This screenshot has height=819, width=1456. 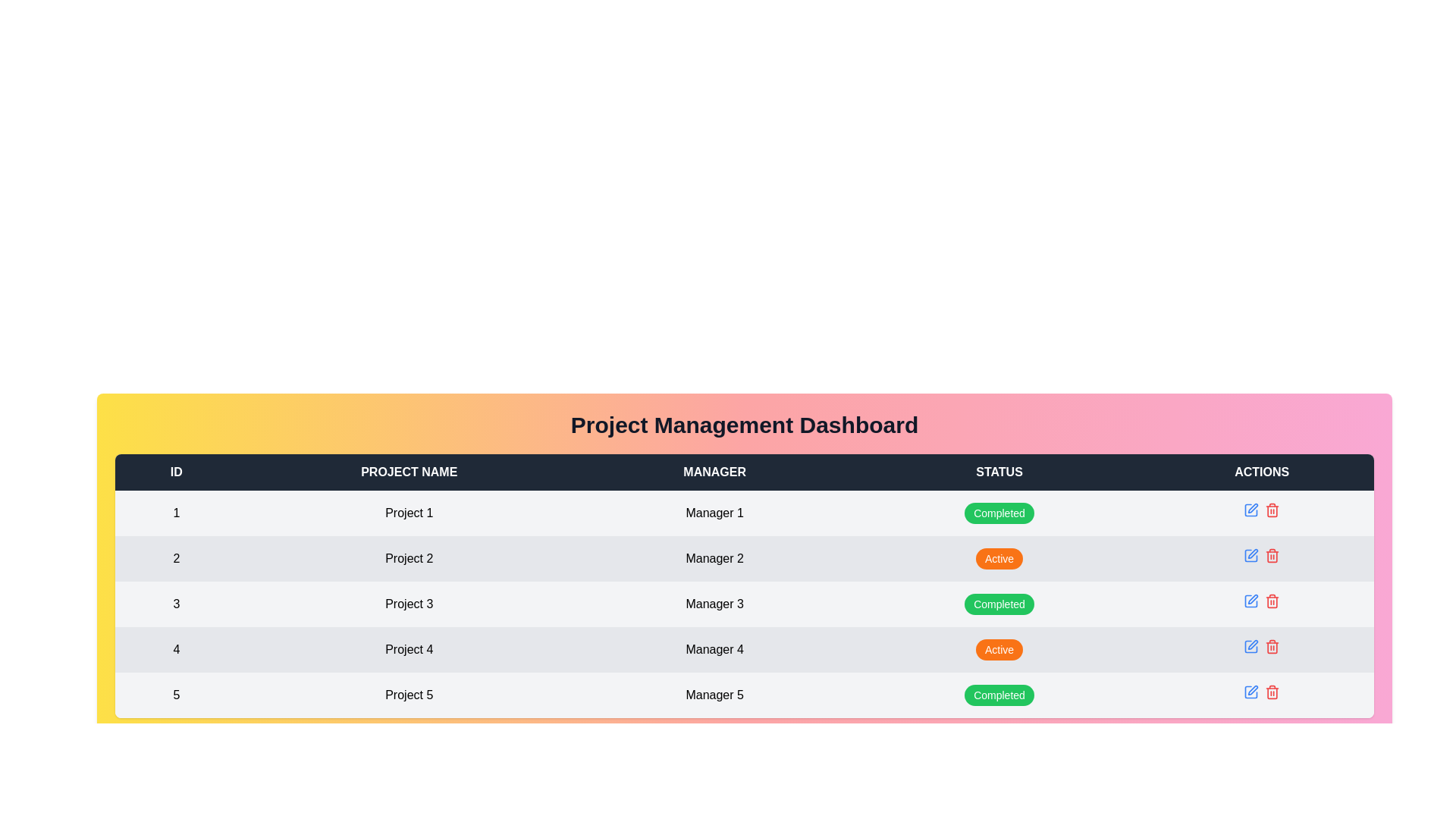 What do you see at coordinates (999, 513) in the screenshot?
I see `the green pill-shaped label that displays 'Completed' in white color, located in the 'Status' column of the first row of the table` at bounding box center [999, 513].